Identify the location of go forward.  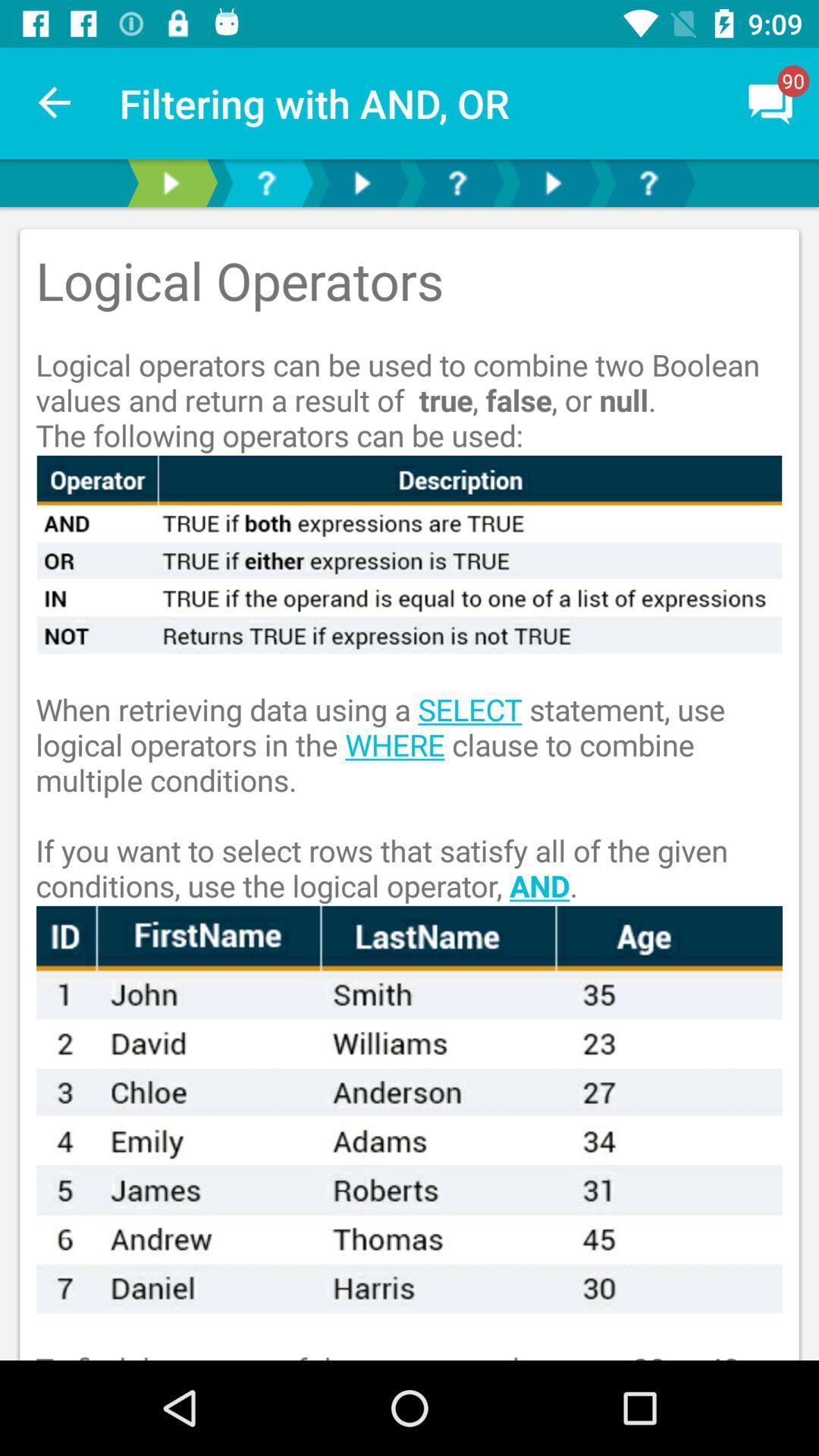
(553, 182).